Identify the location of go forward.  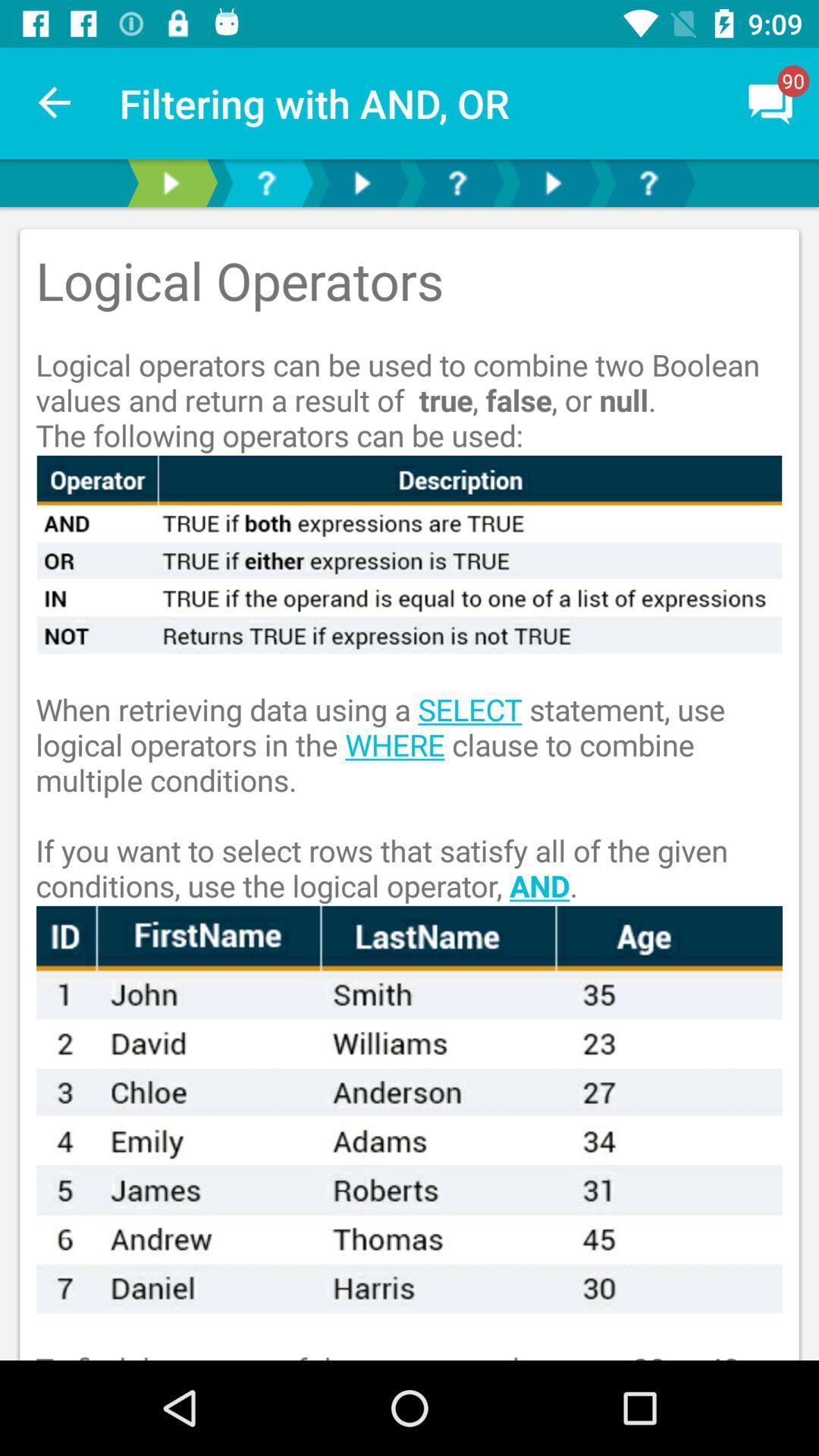
(553, 182).